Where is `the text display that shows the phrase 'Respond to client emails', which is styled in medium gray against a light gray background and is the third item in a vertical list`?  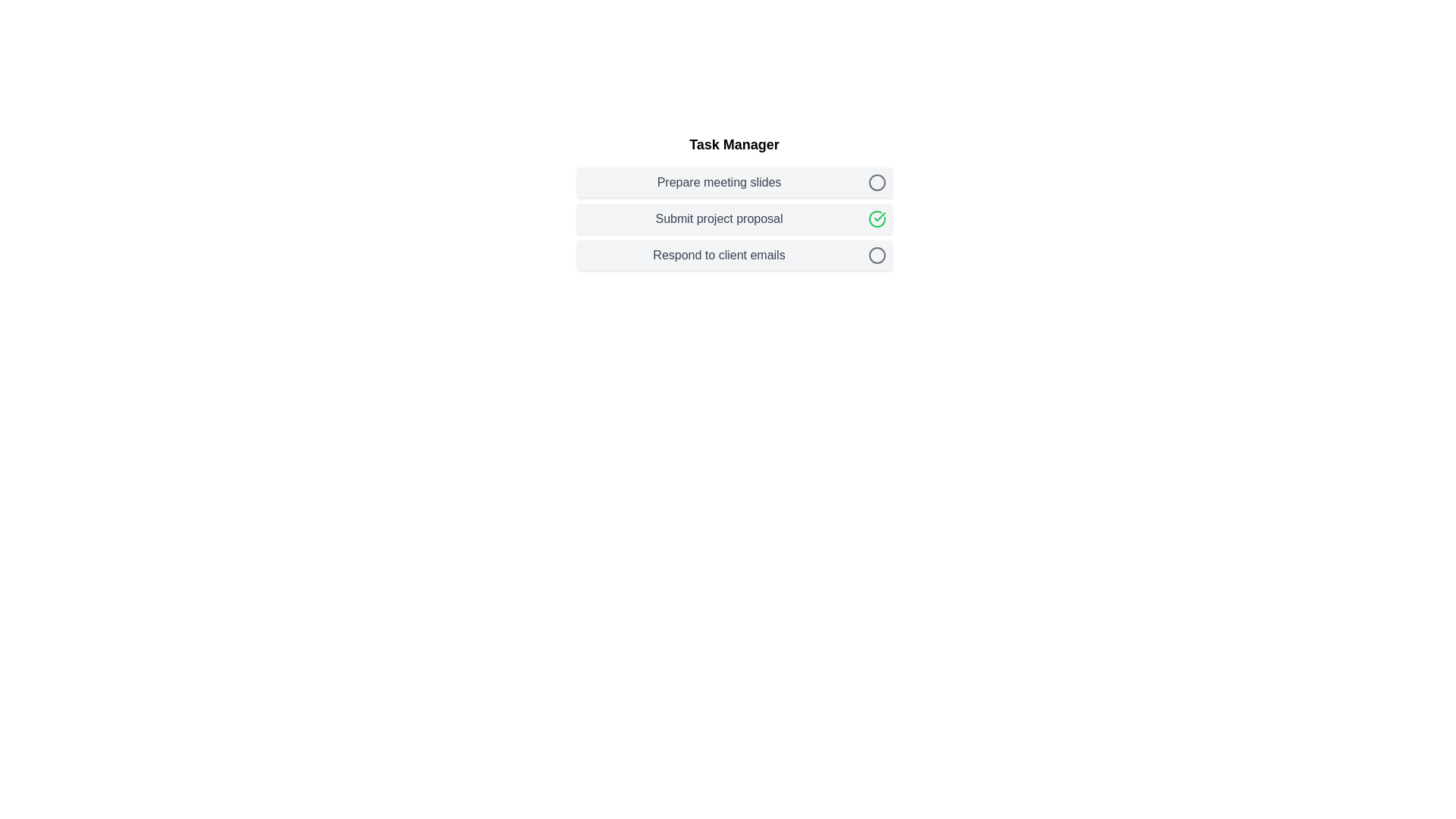 the text display that shows the phrase 'Respond to client emails', which is styled in medium gray against a light gray background and is the third item in a vertical list is located at coordinates (718, 254).